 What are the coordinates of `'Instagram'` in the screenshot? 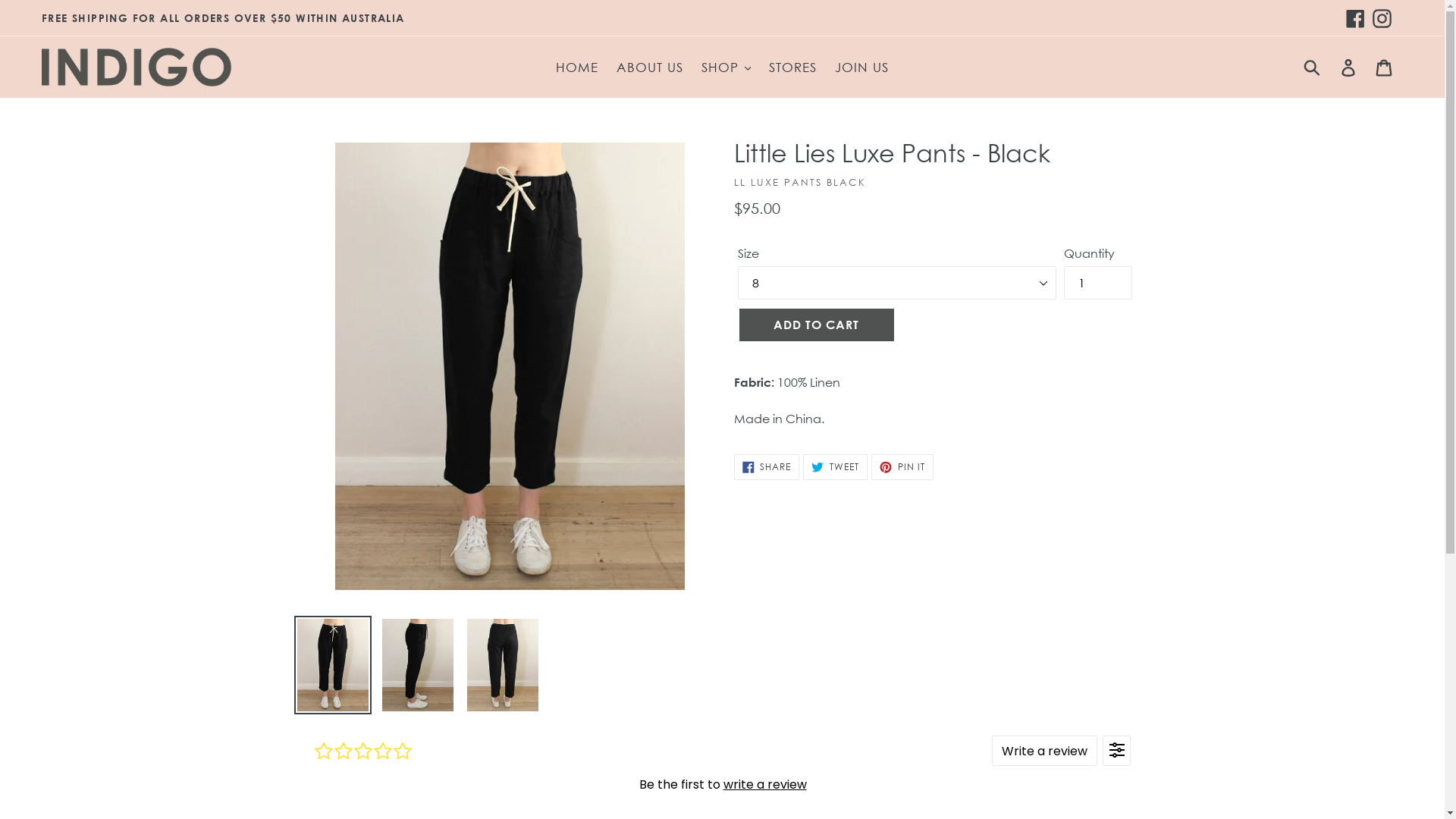 It's located at (1382, 17).